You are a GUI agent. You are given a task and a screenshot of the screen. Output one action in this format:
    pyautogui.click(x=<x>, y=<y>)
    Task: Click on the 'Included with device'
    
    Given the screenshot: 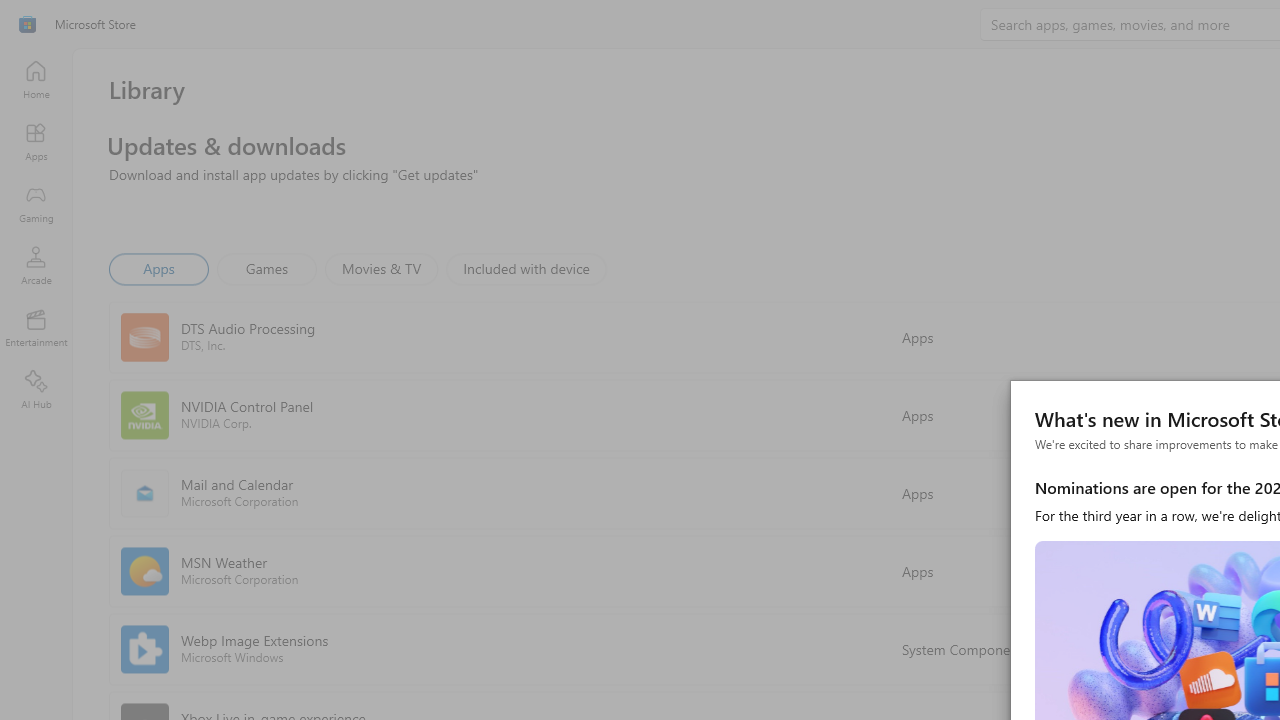 What is the action you would take?
    pyautogui.click(x=525, y=267)
    